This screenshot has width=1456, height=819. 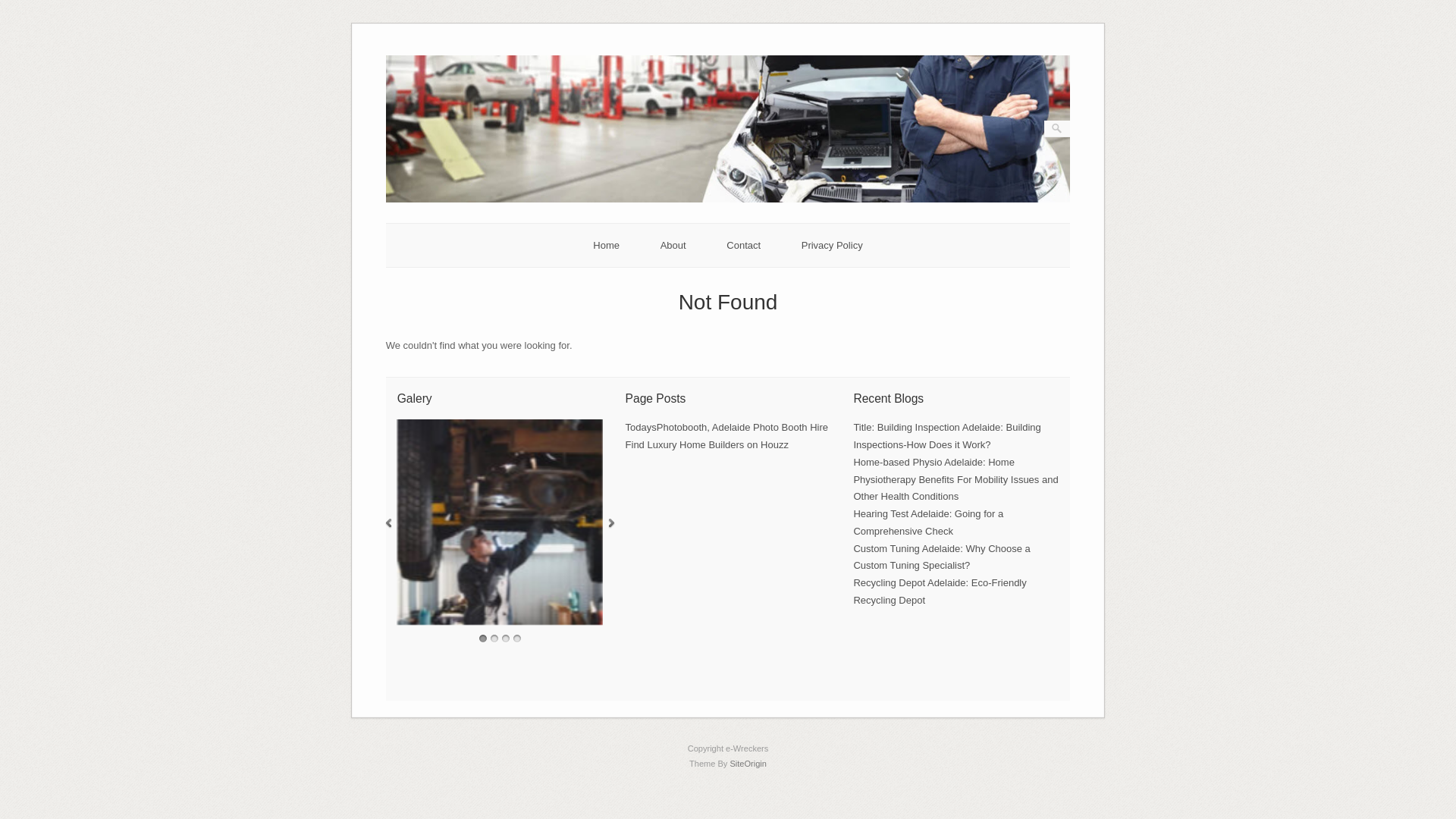 What do you see at coordinates (729, 763) in the screenshot?
I see `'SiteOrigin'` at bounding box center [729, 763].